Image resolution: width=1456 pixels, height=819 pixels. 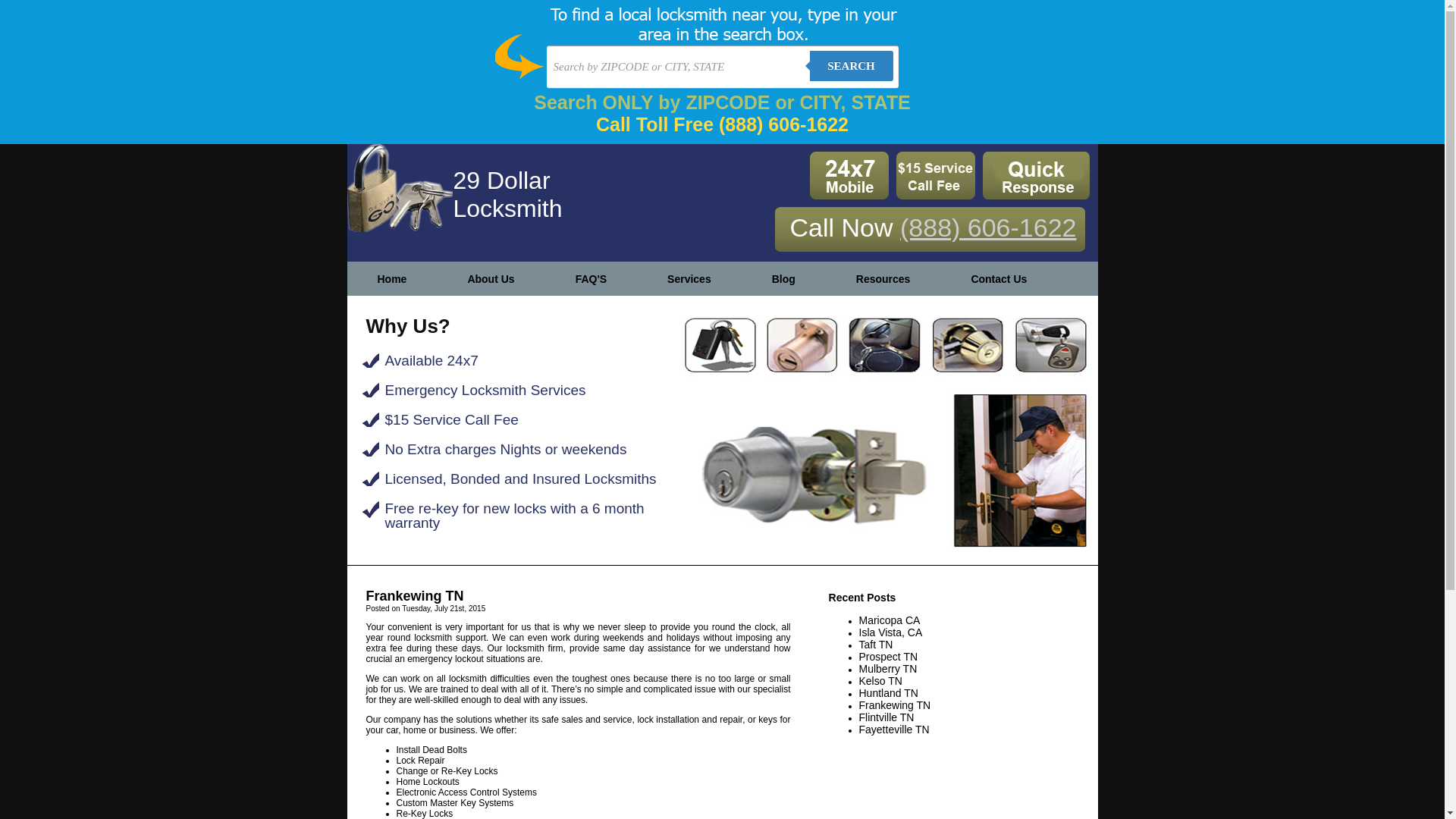 I want to click on 'About Us', so click(x=436, y=278).